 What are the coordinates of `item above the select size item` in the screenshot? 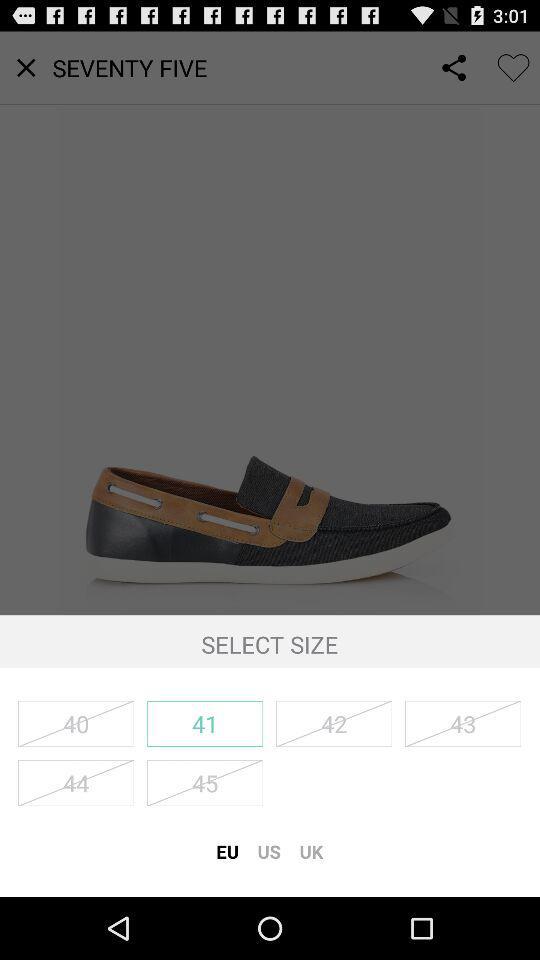 It's located at (270, 323).